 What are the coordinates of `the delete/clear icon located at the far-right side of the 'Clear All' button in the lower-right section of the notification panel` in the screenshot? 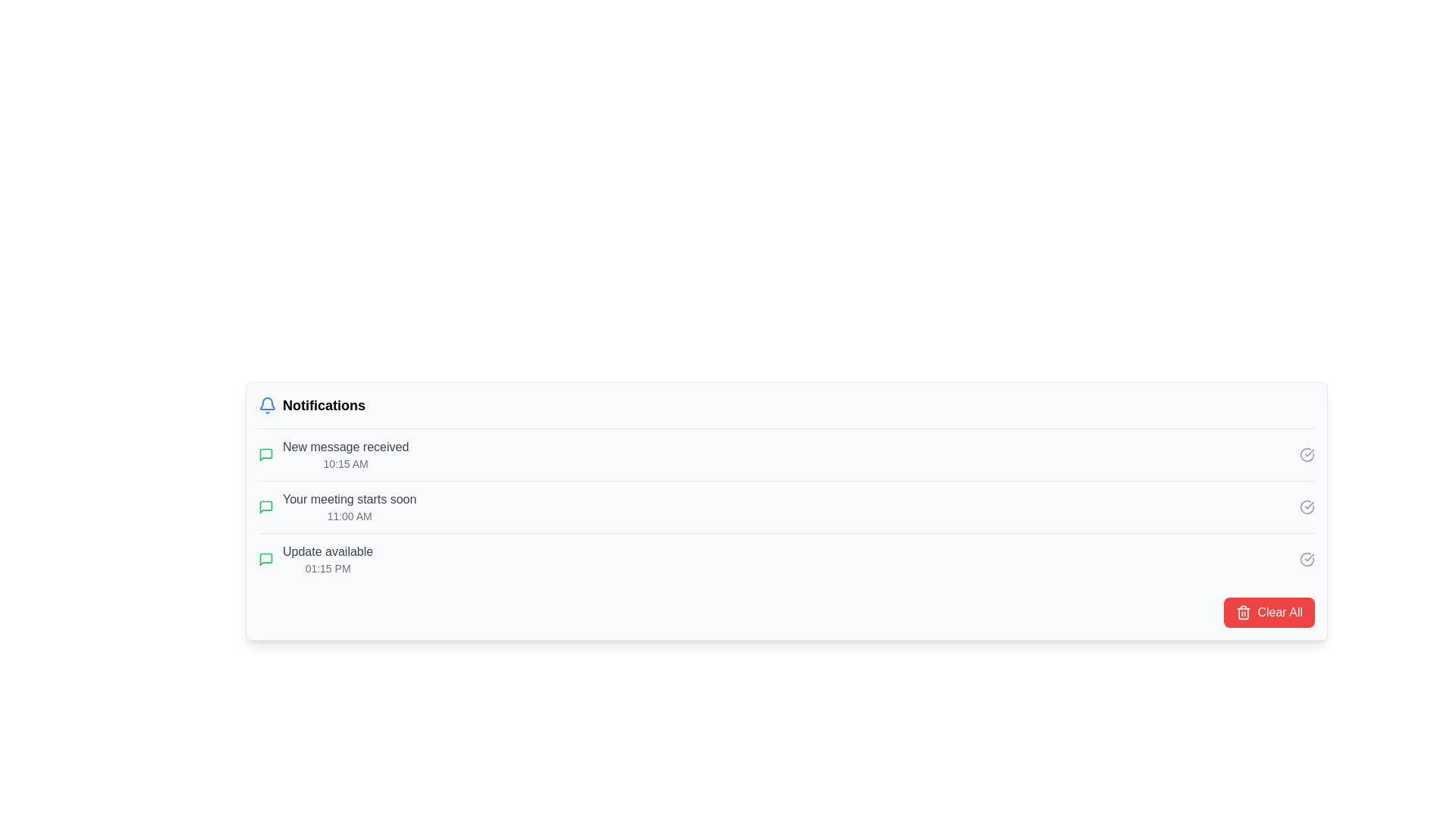 It's located at (1244, 611).